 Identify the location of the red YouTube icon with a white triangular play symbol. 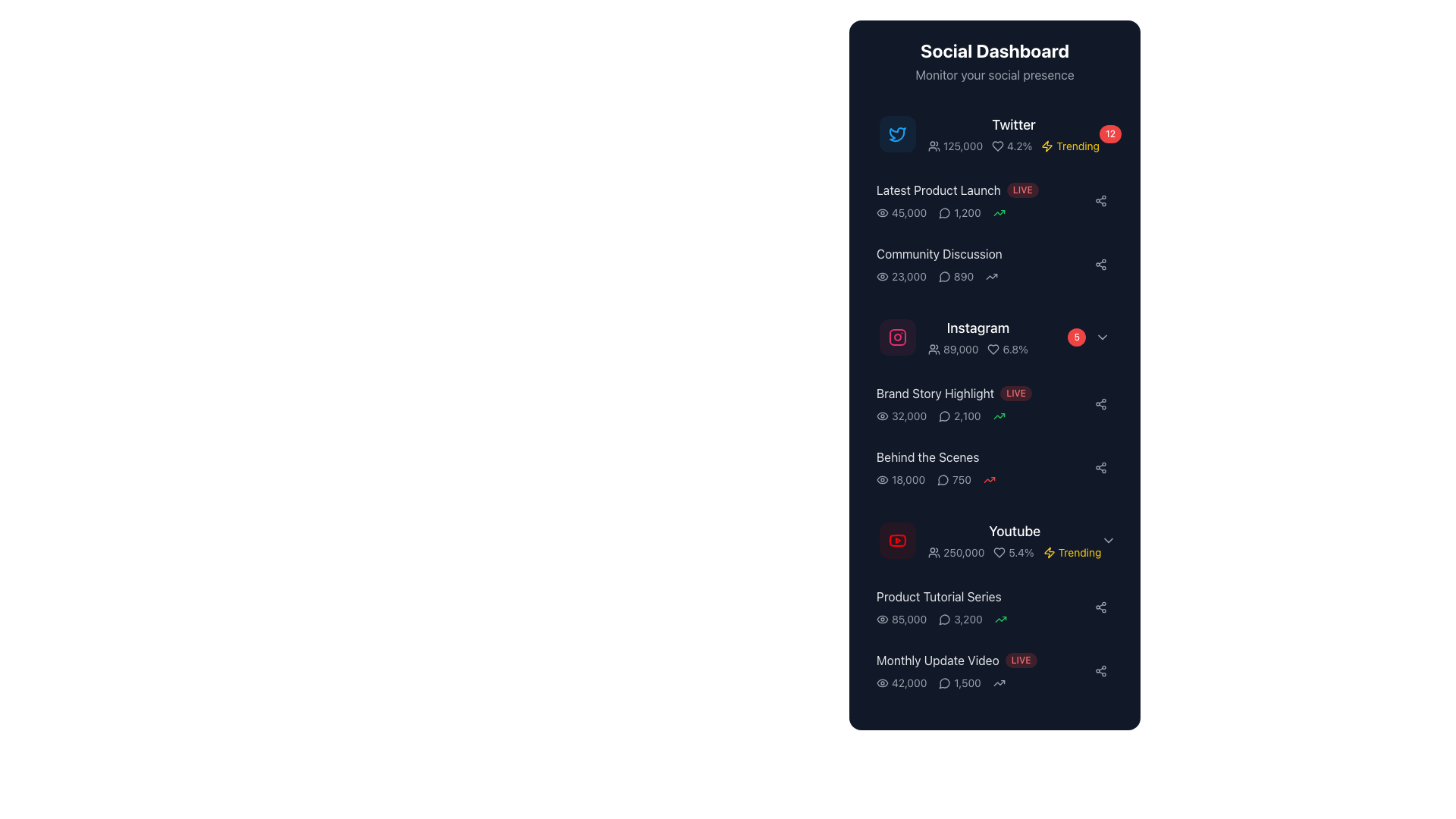
(898, 540).